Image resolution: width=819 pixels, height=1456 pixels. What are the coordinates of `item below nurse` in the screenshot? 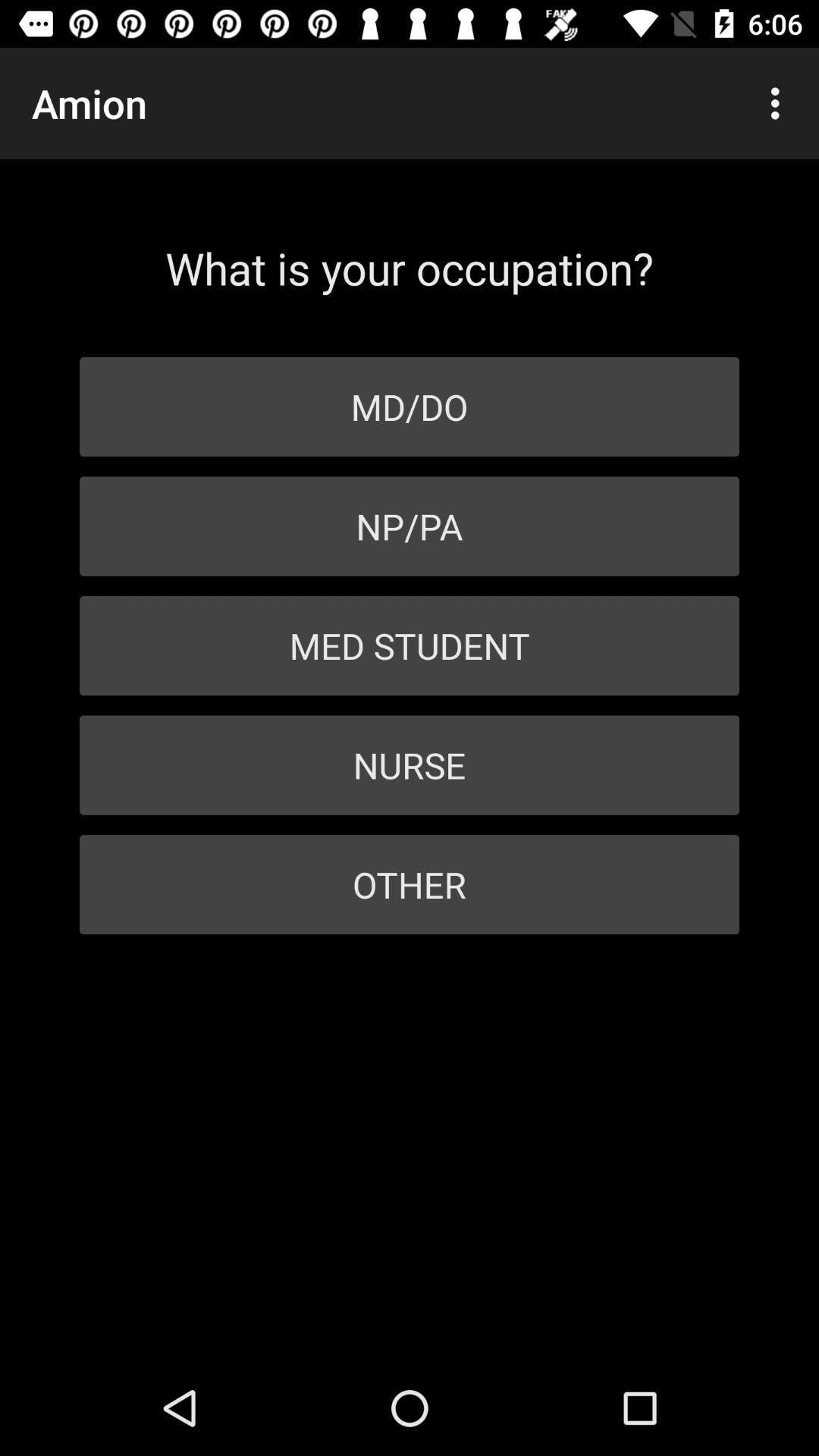 It's located at (409, 884).